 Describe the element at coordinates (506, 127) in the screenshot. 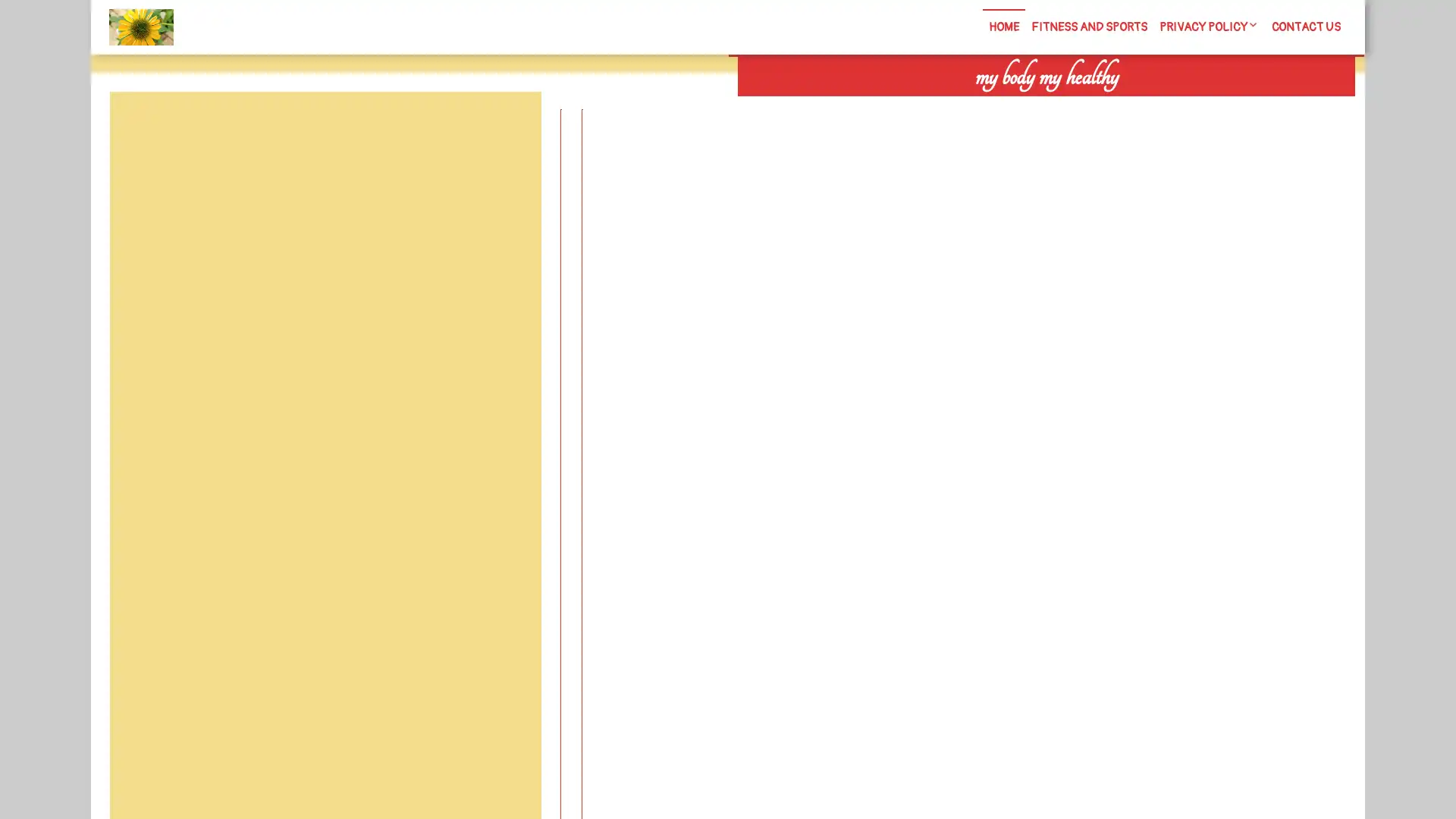

I see `Search` at that location.